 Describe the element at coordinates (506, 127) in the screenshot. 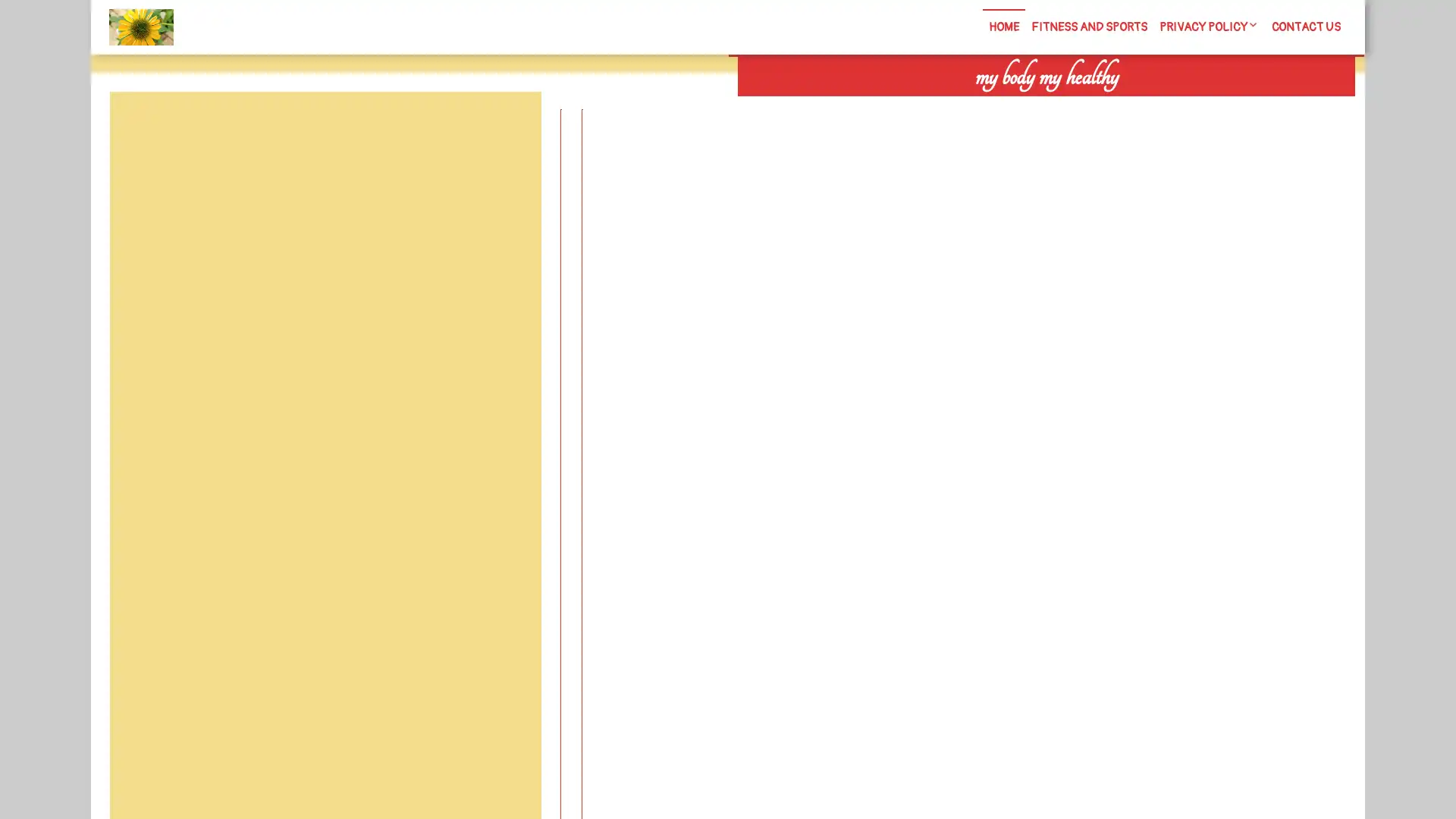

I see `Search` at that location.